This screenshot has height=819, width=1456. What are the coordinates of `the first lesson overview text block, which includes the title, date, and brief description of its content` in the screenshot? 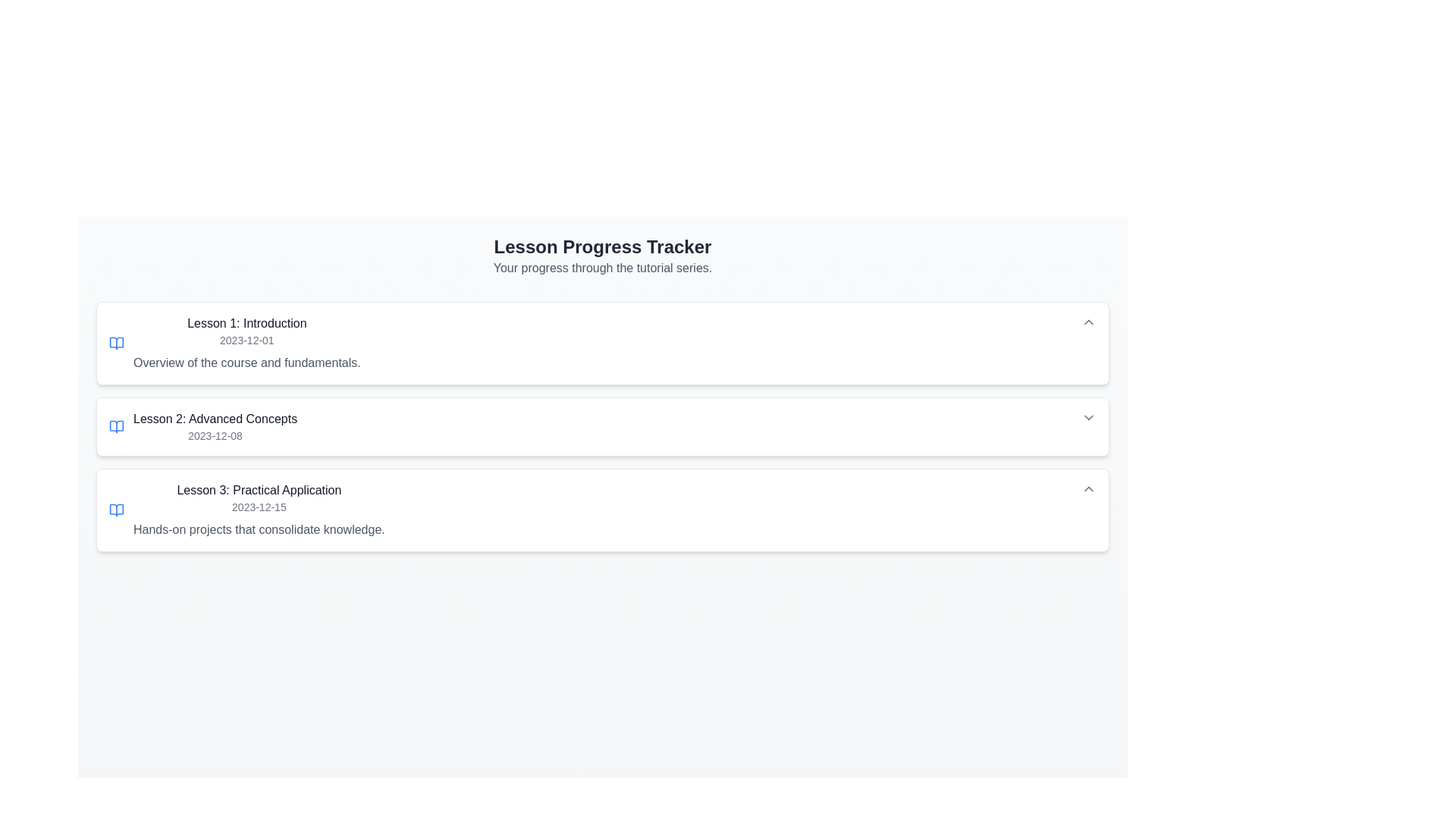 It's located at (246, 343).